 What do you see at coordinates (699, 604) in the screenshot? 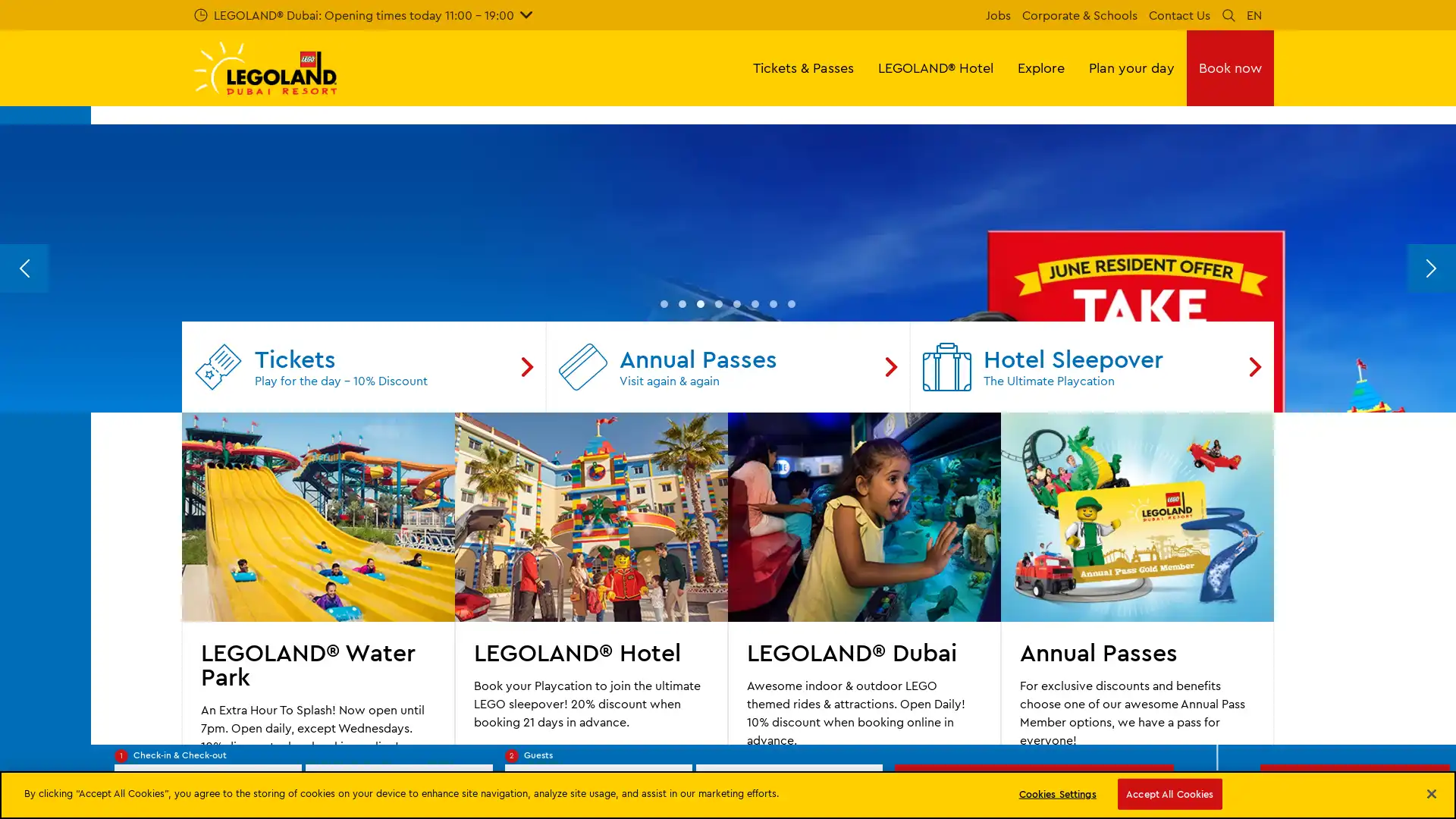
I see `Go to slide 3` at bounding box center [699, 604].